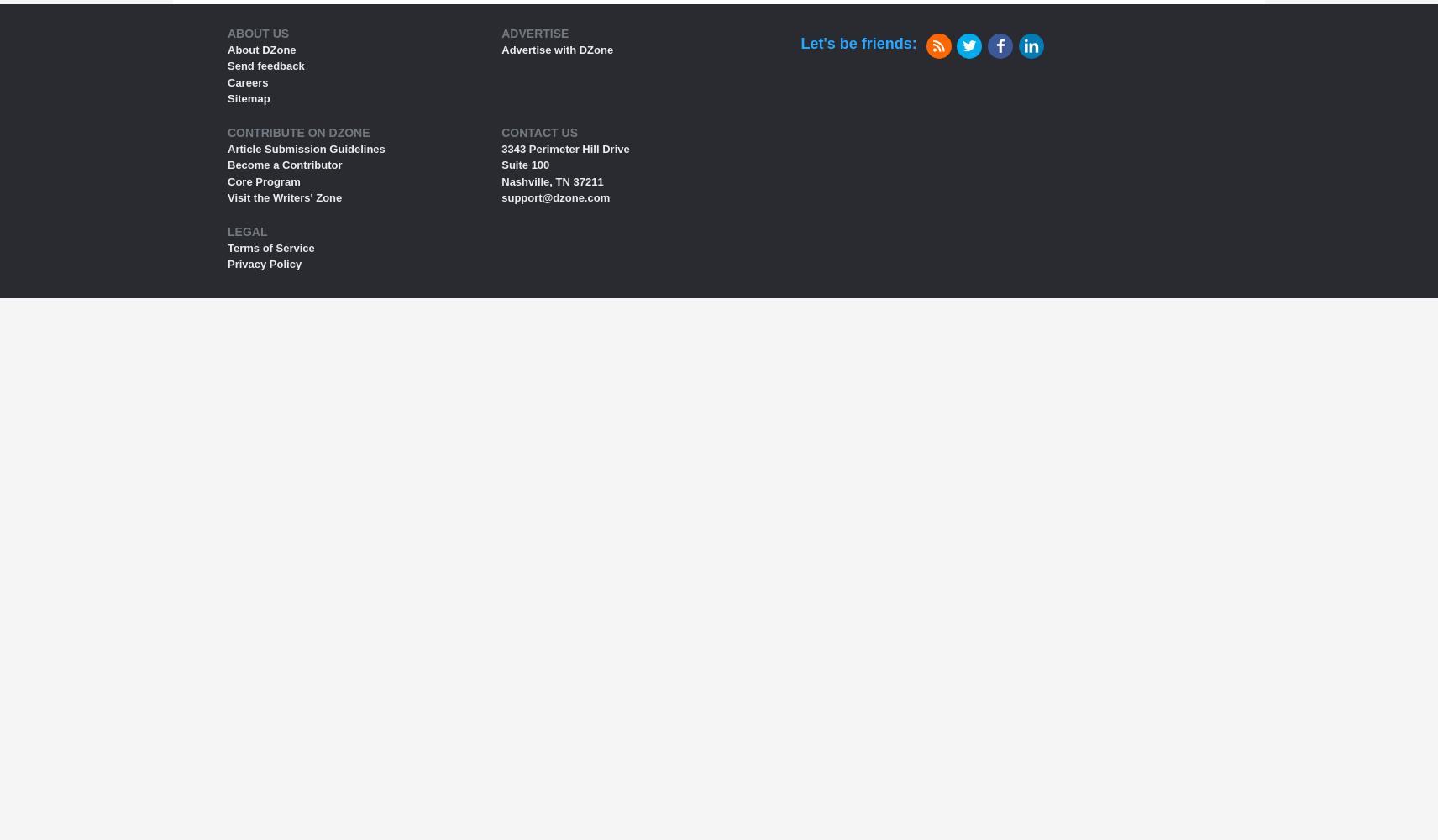 The height and width of the screenshot is (840, 1438). What do you see at coordinates (858, 43) in the screenshot?
I see `'Let's be friends:'` at bounding box center [858, 43].